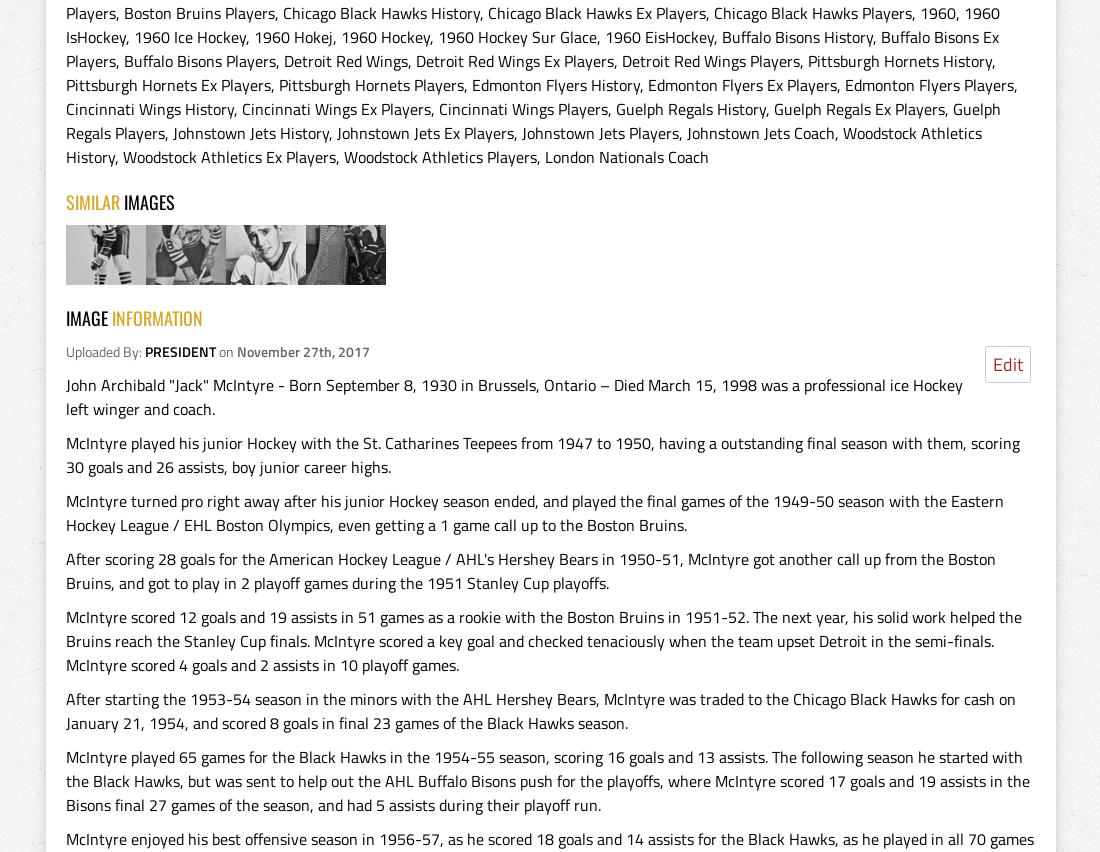 Image resolution: width=1100 pixels, height=852 pixels. I want to click on 'Uploaded By:', so click(105, 351).